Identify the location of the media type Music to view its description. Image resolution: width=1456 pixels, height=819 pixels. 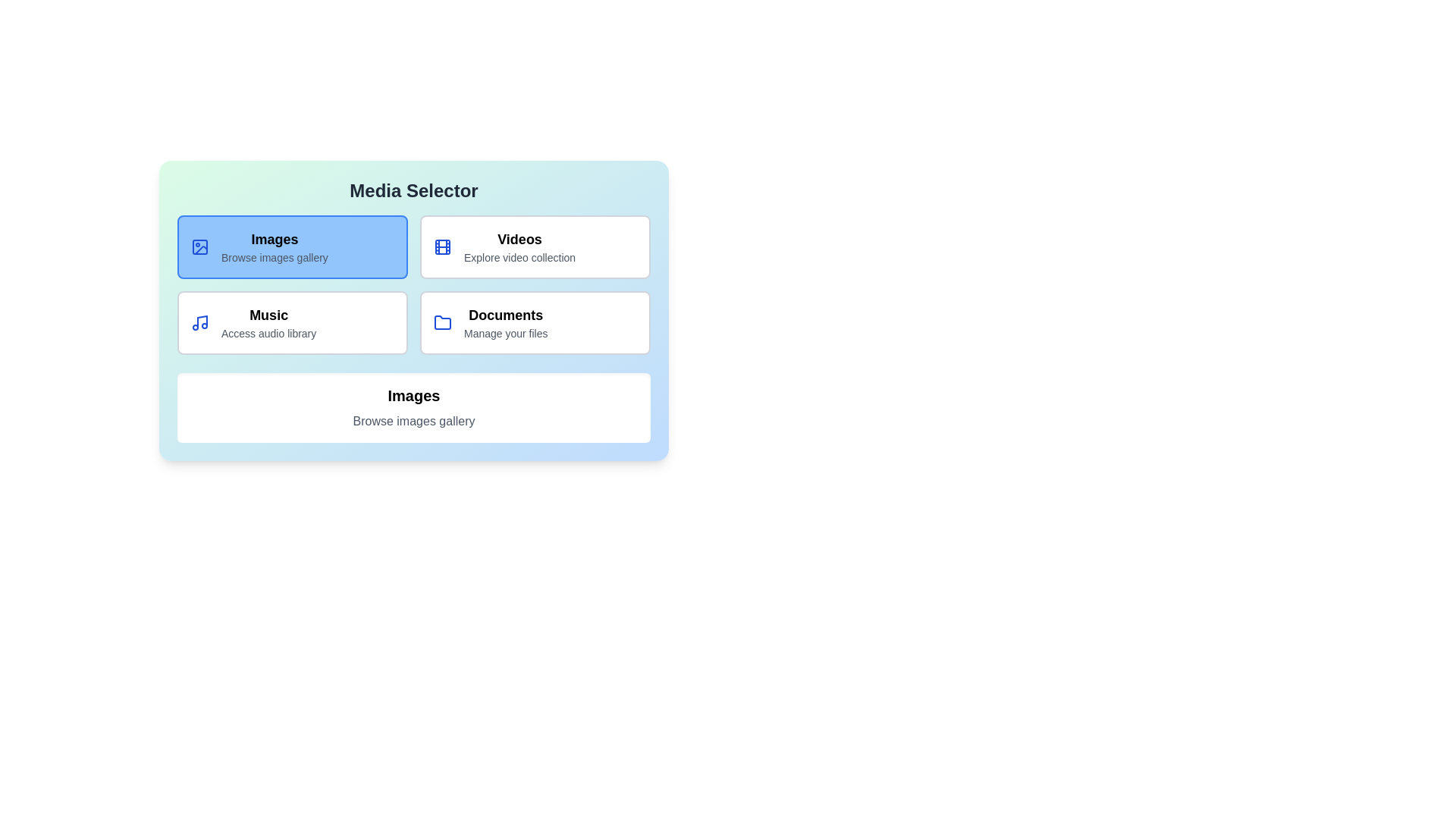
(292, 322).